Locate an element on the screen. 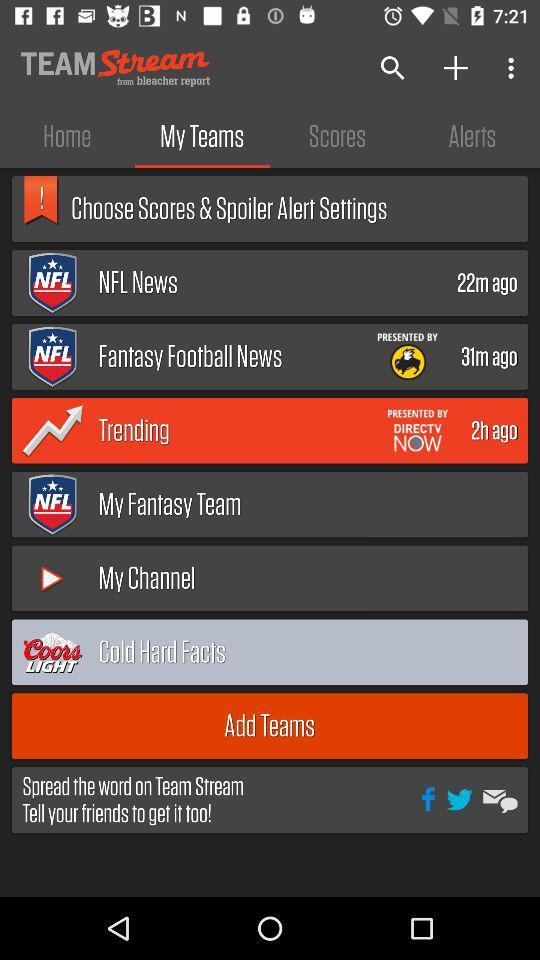 This screenshot has height=960, width=540. empty of box is located at coordinates (473, 651).